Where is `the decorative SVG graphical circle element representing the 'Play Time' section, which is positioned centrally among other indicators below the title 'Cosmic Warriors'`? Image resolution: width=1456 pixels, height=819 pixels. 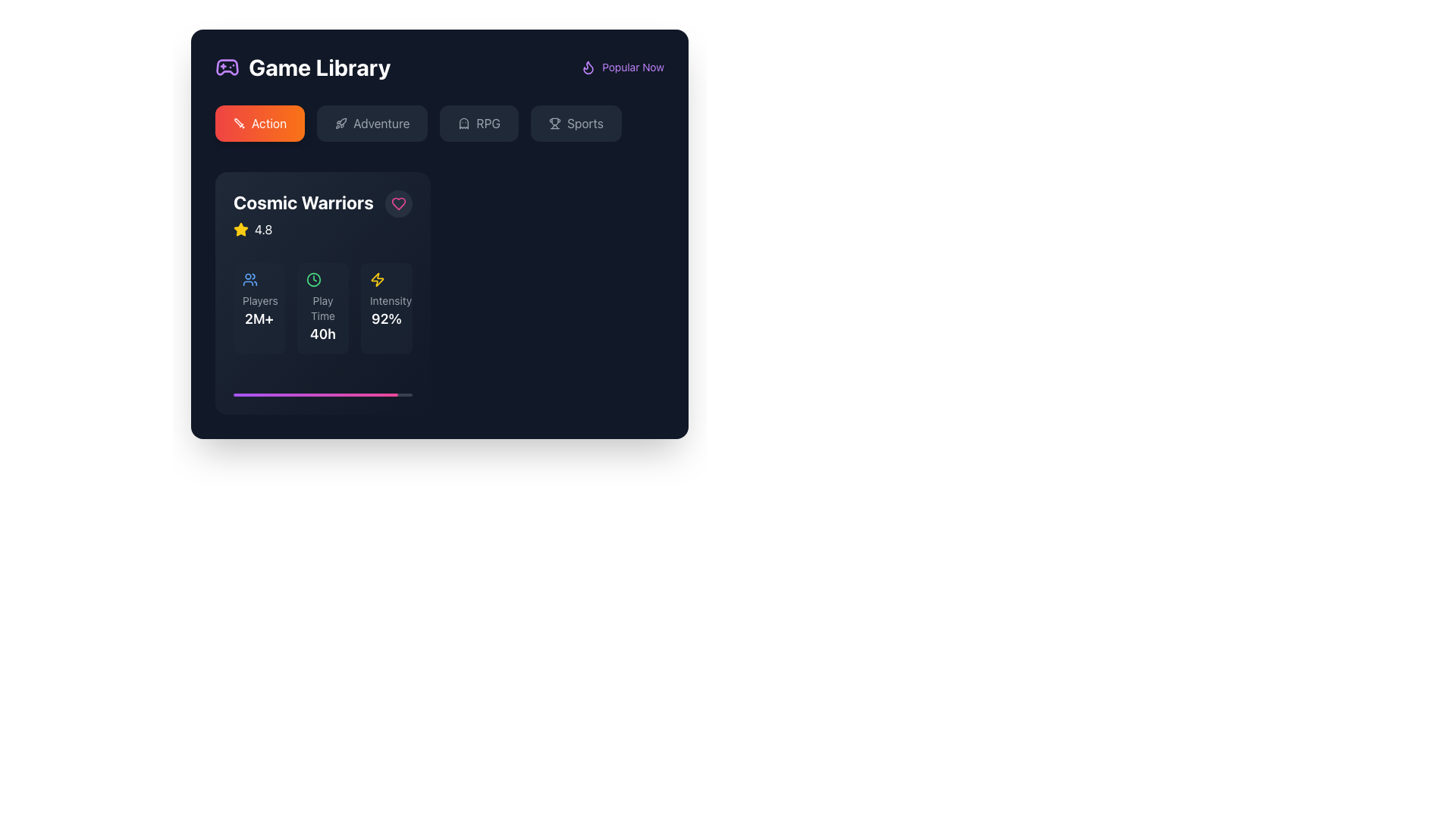
the decorative SVG graphical circle element representing the 'Play Time' section, which is positioned centrally among other indicators below the title 'Cosmic Warriors' is located at coordinates (312, 280).